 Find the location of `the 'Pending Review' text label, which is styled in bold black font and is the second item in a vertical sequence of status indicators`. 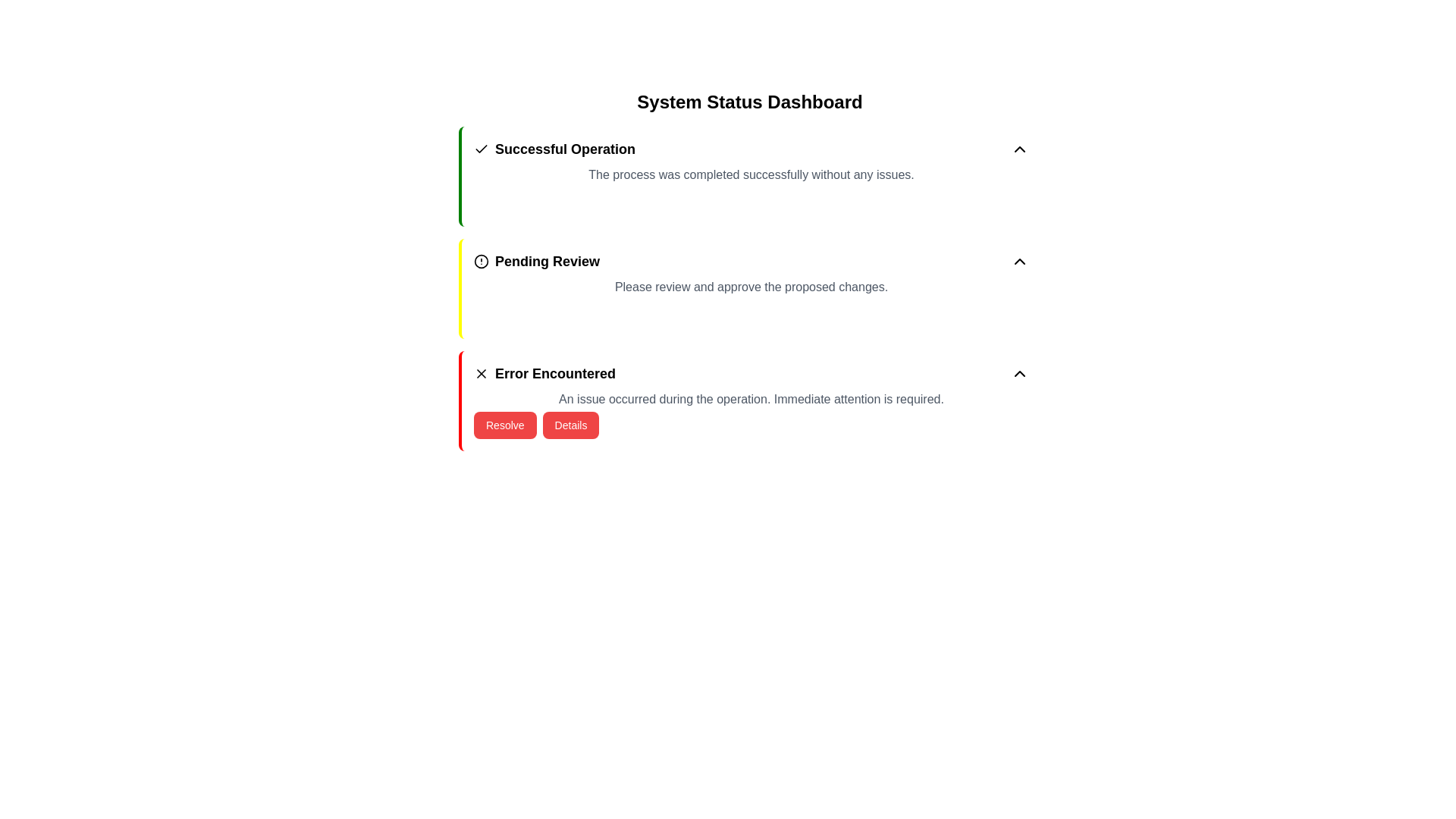

the 'Pending Review' text label, which is styled in bold black font and is the second item in a vertical sequence of status indicators is located at coordinates (547, 260).